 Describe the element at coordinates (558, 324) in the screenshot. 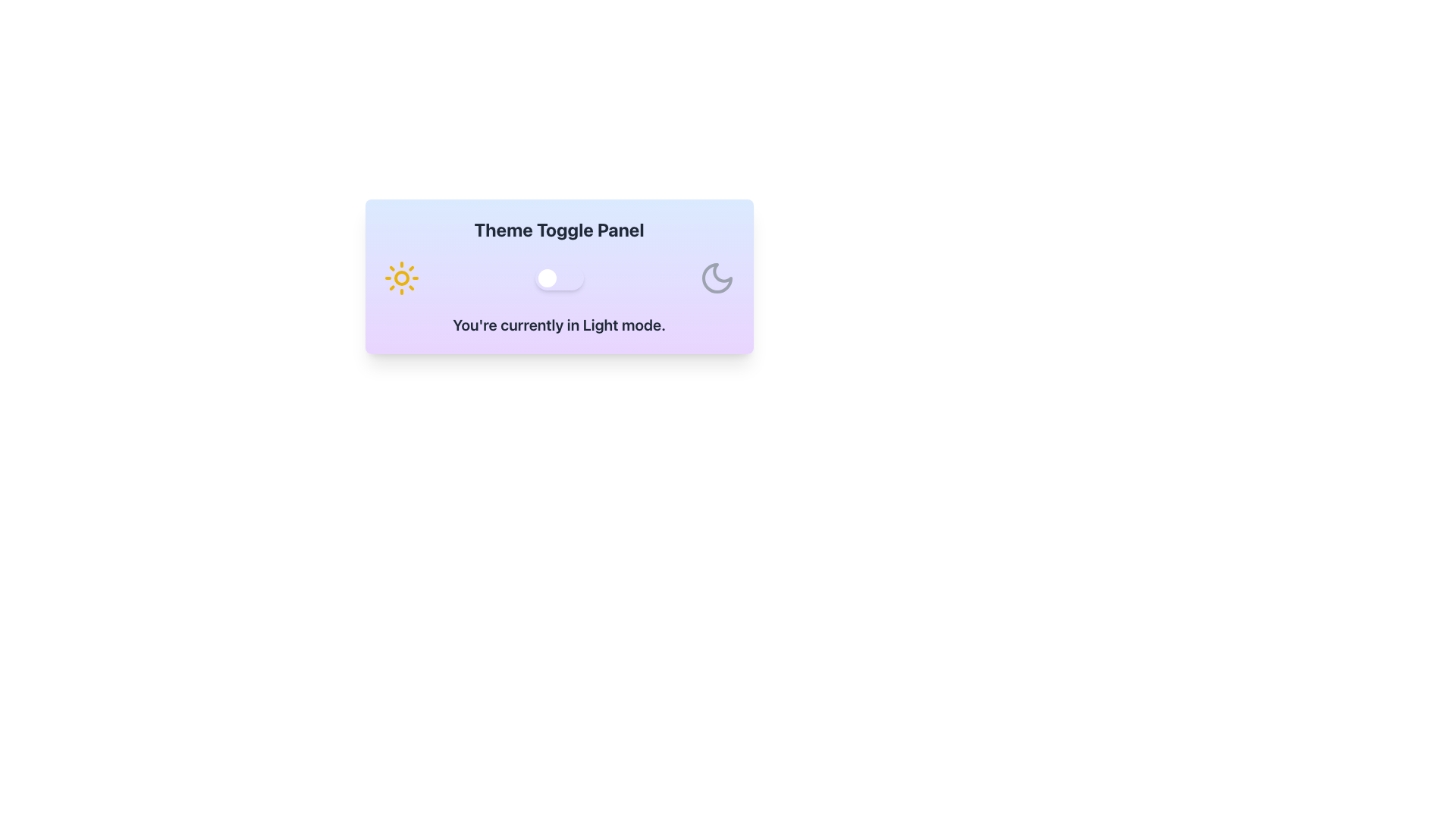

I see `the Text Display that indicates the current theme setting (Light mode) located at the bottom of the Theme Toggle Panel, beneath the toggle switch with sun and moon icons` at that location.